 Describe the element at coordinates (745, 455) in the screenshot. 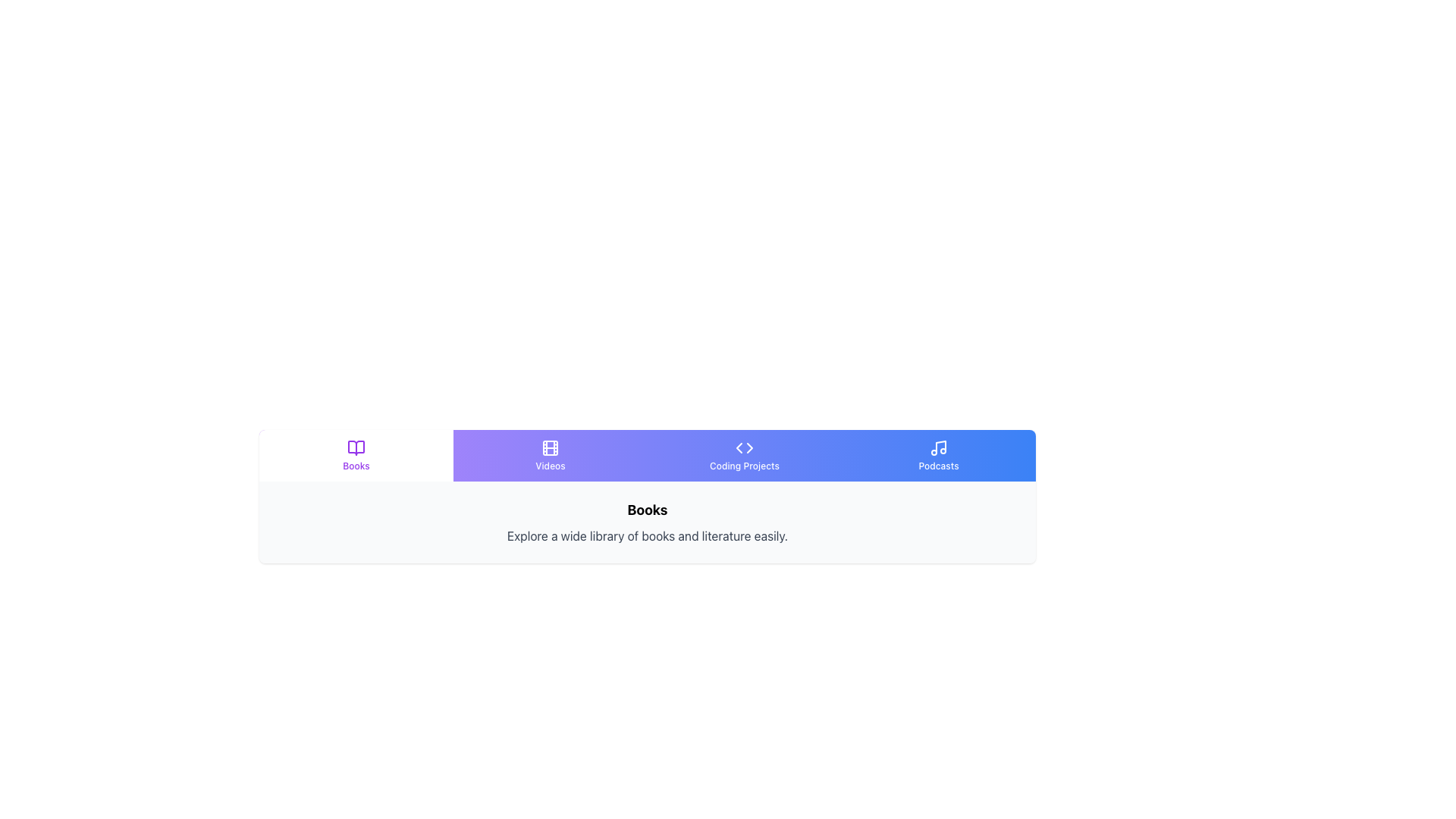

I see `the 'Coding Projects' button, which is visually represented by a centered icon of angle brackets and styled with a gradient background, to possibly reveal additional information or effects` at that location.